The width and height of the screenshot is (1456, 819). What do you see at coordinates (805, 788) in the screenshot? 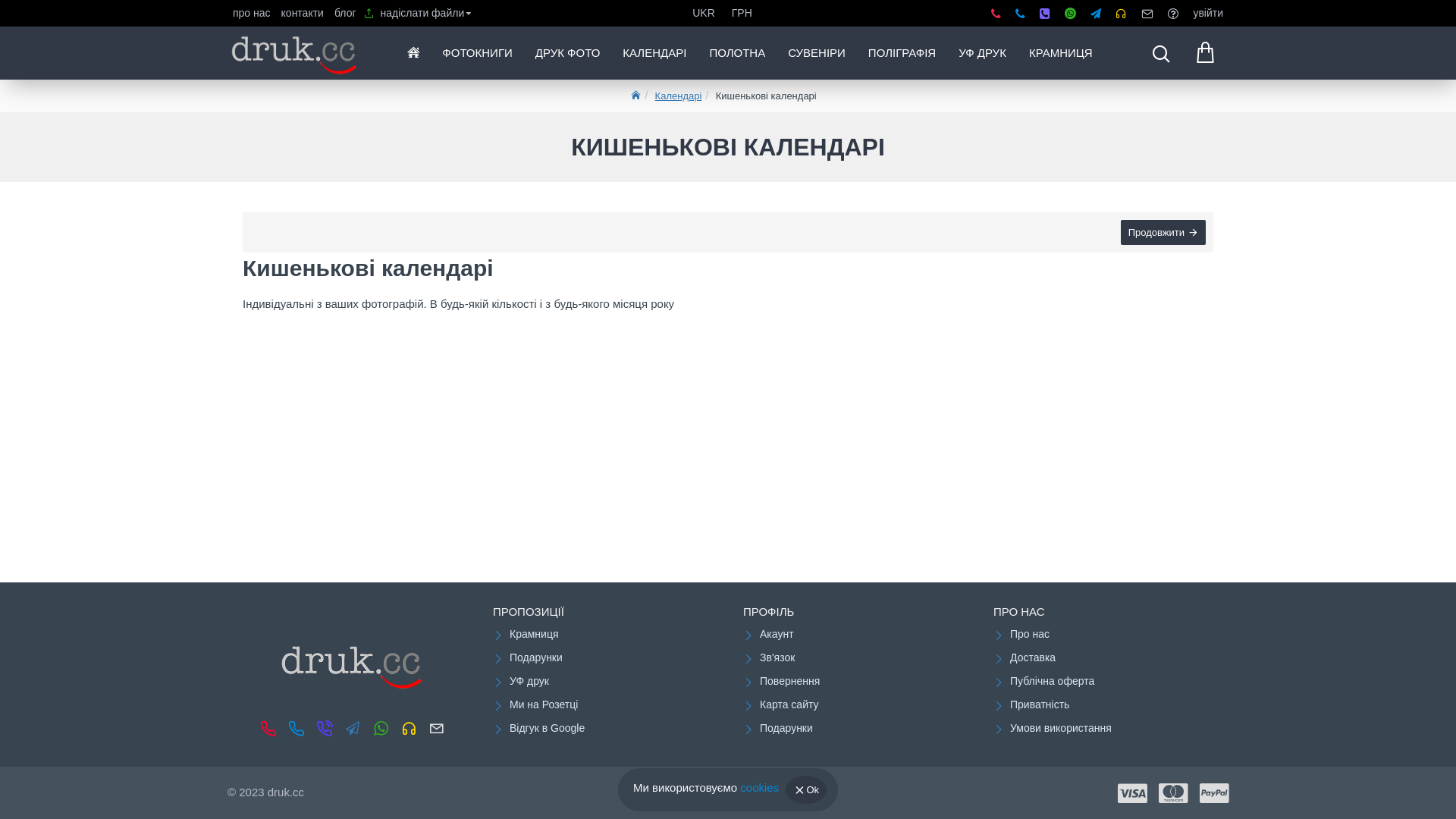
I see `'Ok'` at bounding box center [805, 788].